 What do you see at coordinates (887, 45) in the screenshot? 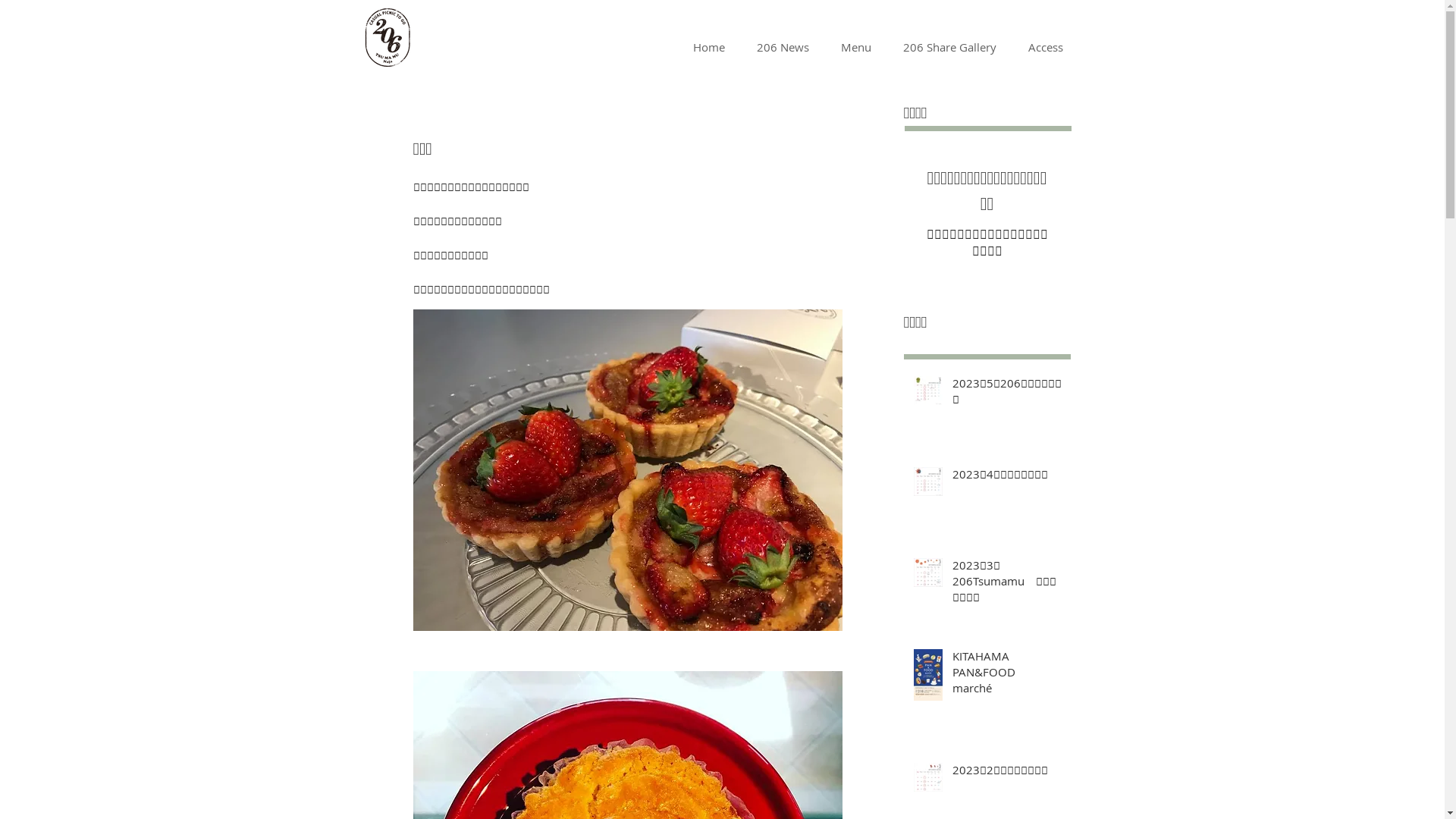
I see `'206 Share Gallery'` at bounding box center [887, 45].